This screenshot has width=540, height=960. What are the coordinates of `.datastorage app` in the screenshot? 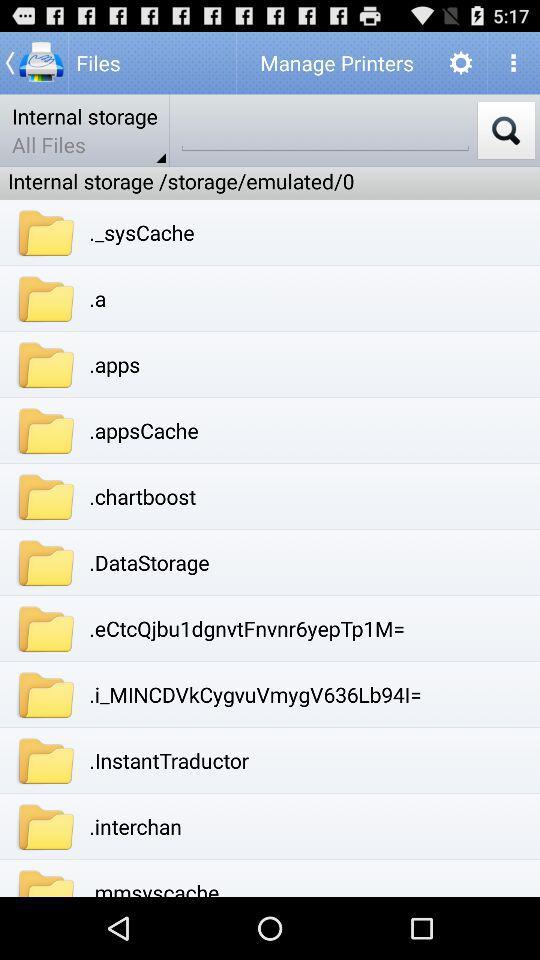 It's located at (148, 562).